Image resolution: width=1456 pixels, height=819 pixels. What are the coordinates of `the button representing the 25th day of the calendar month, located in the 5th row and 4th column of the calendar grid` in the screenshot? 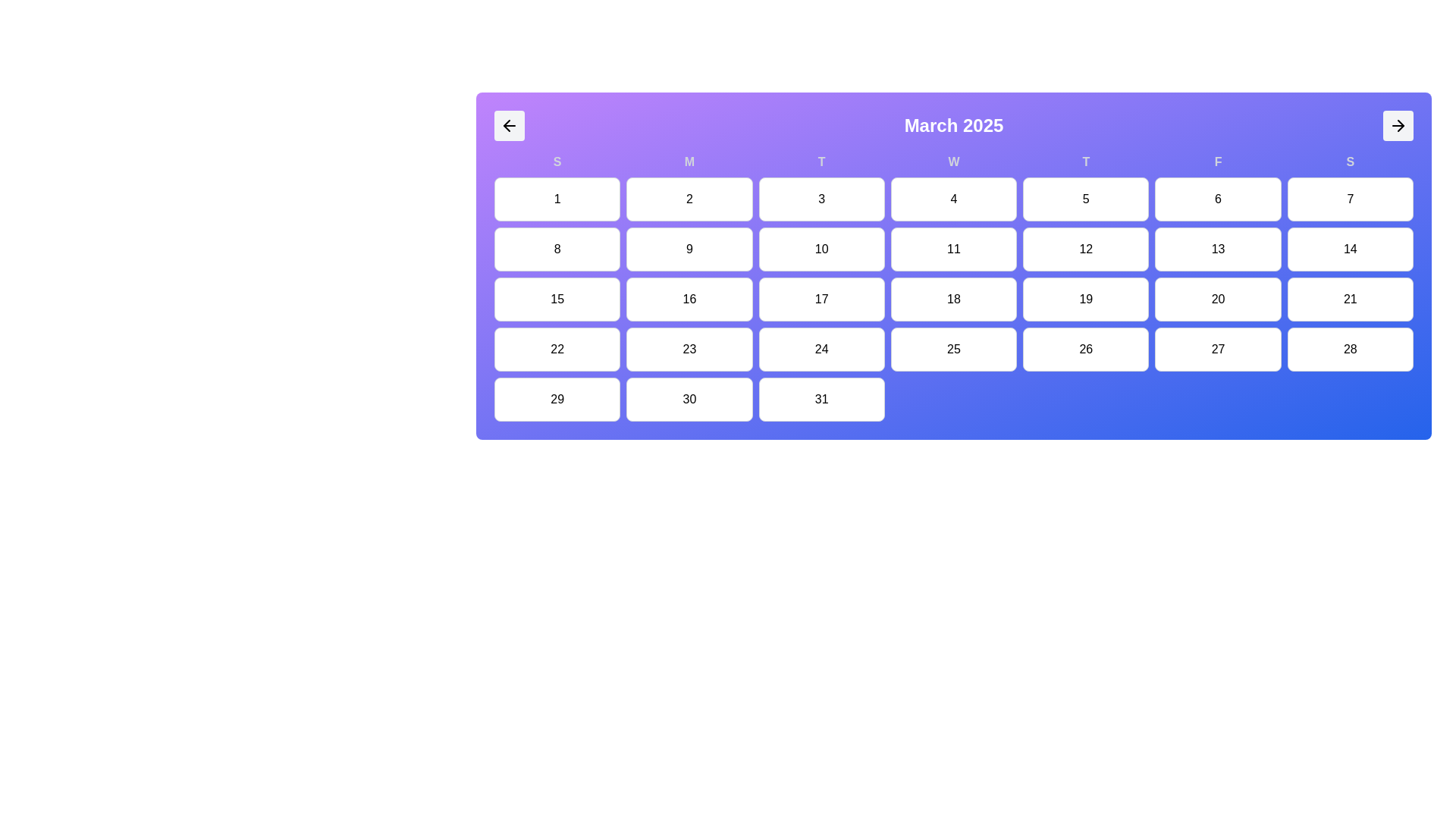 It's located at (952, 350).